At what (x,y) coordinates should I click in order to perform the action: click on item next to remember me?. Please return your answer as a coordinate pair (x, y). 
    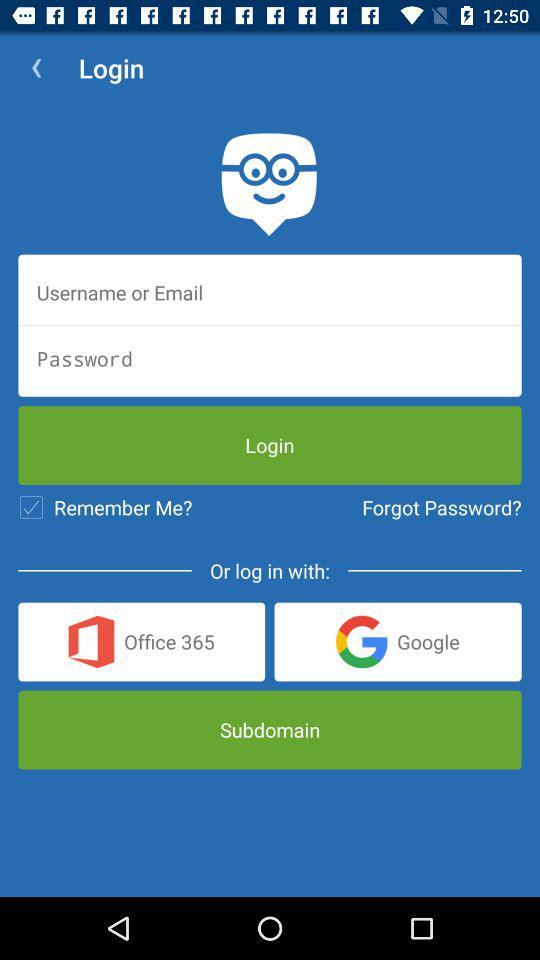
    Looking at the image, I should click on (441, 506).